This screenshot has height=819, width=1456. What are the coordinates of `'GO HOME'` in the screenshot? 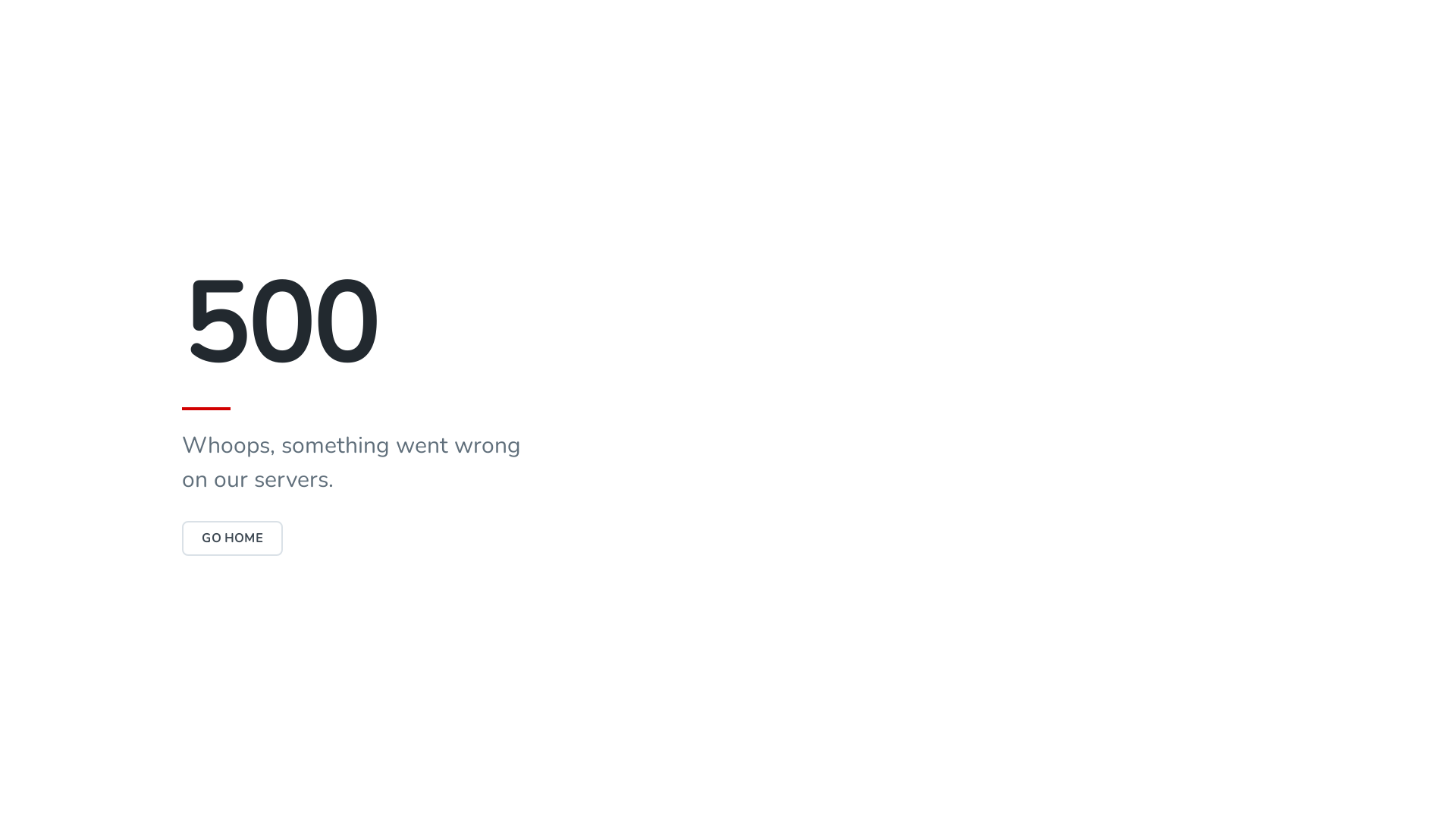 It's located at (231, 537).